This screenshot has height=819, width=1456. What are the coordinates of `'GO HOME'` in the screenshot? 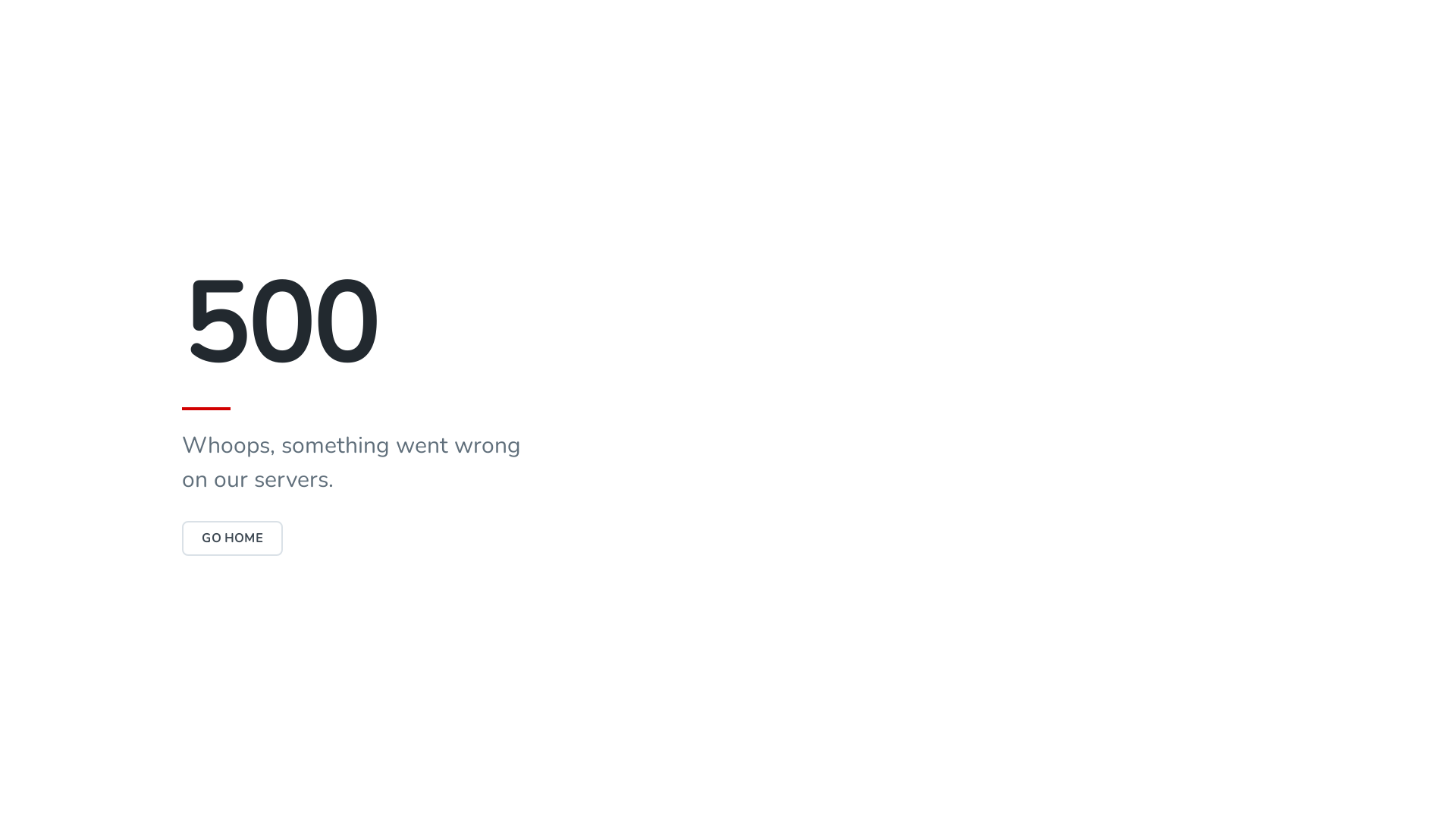 It's located at (231, 537).